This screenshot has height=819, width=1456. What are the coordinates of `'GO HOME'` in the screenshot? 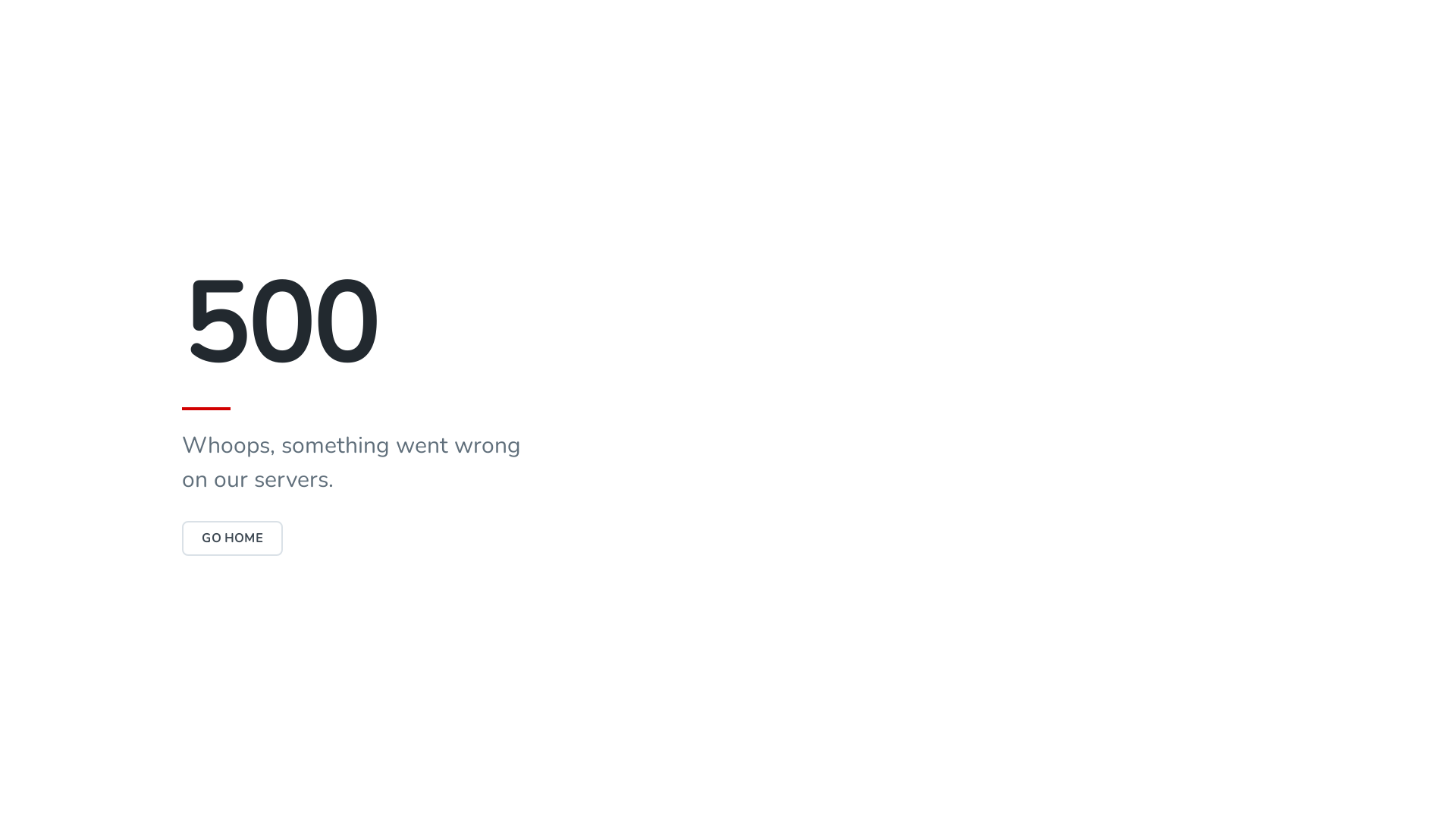 It's located at (231, 537).